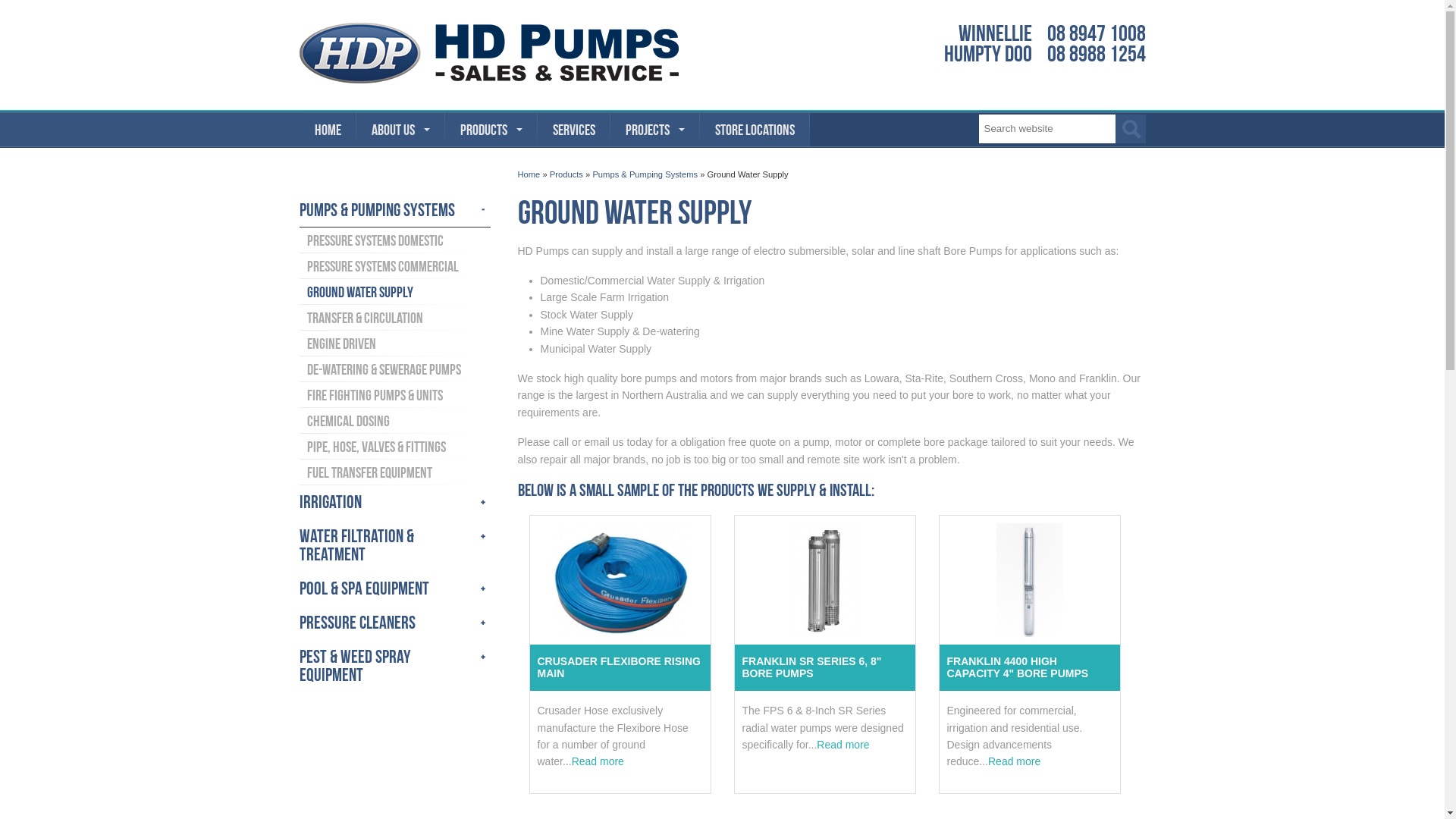 The image size is (1456, 819). Describe the element at coordinates (394, 210) in the screenshot. I see `'PUMPS & PUMPING SYSTEMS'` at that location.